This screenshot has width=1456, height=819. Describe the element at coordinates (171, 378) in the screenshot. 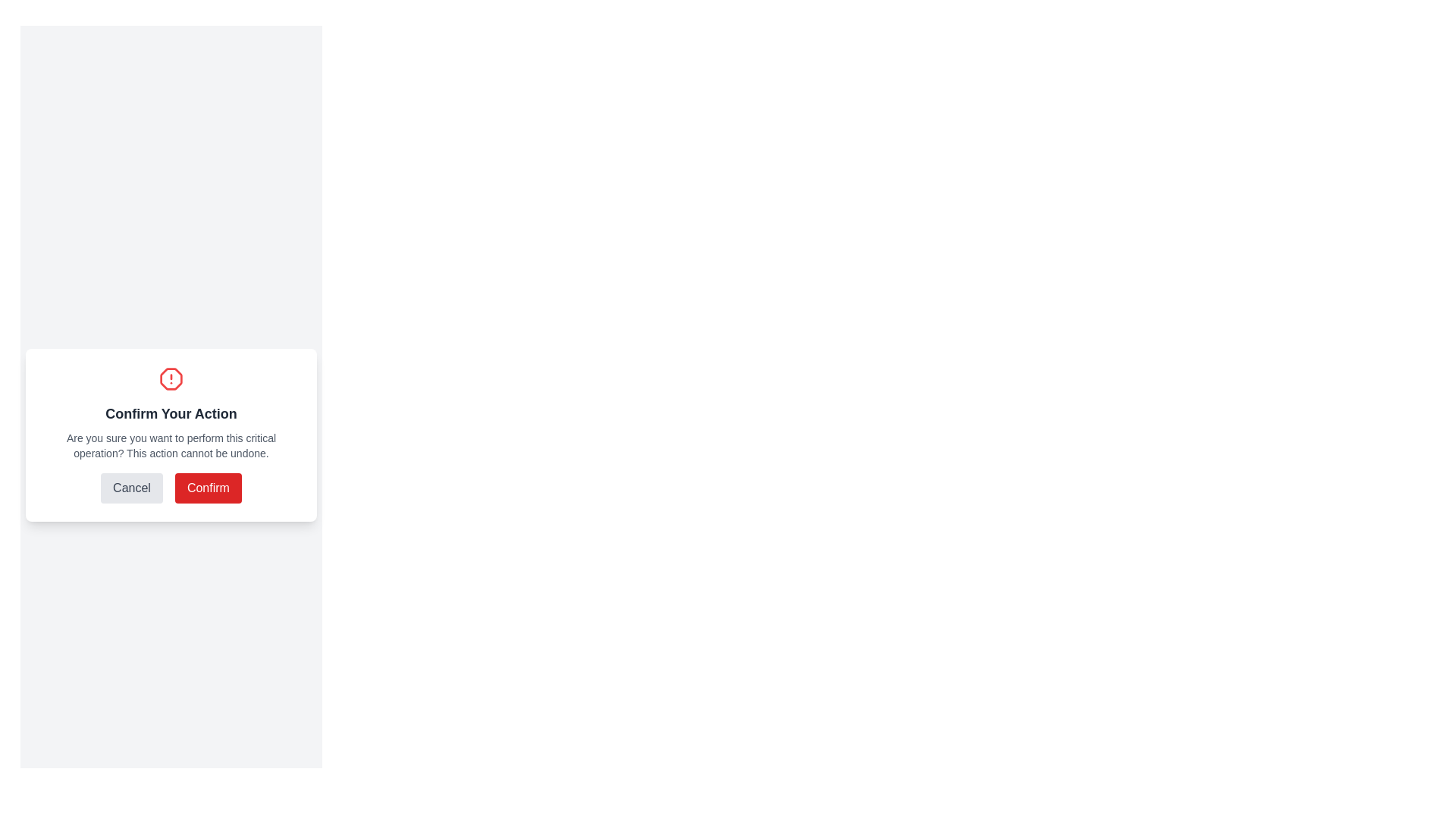

I see `the alert icon located at the top of the modal dialog box, directly above the title 'Confirm Your Action'` at that location.